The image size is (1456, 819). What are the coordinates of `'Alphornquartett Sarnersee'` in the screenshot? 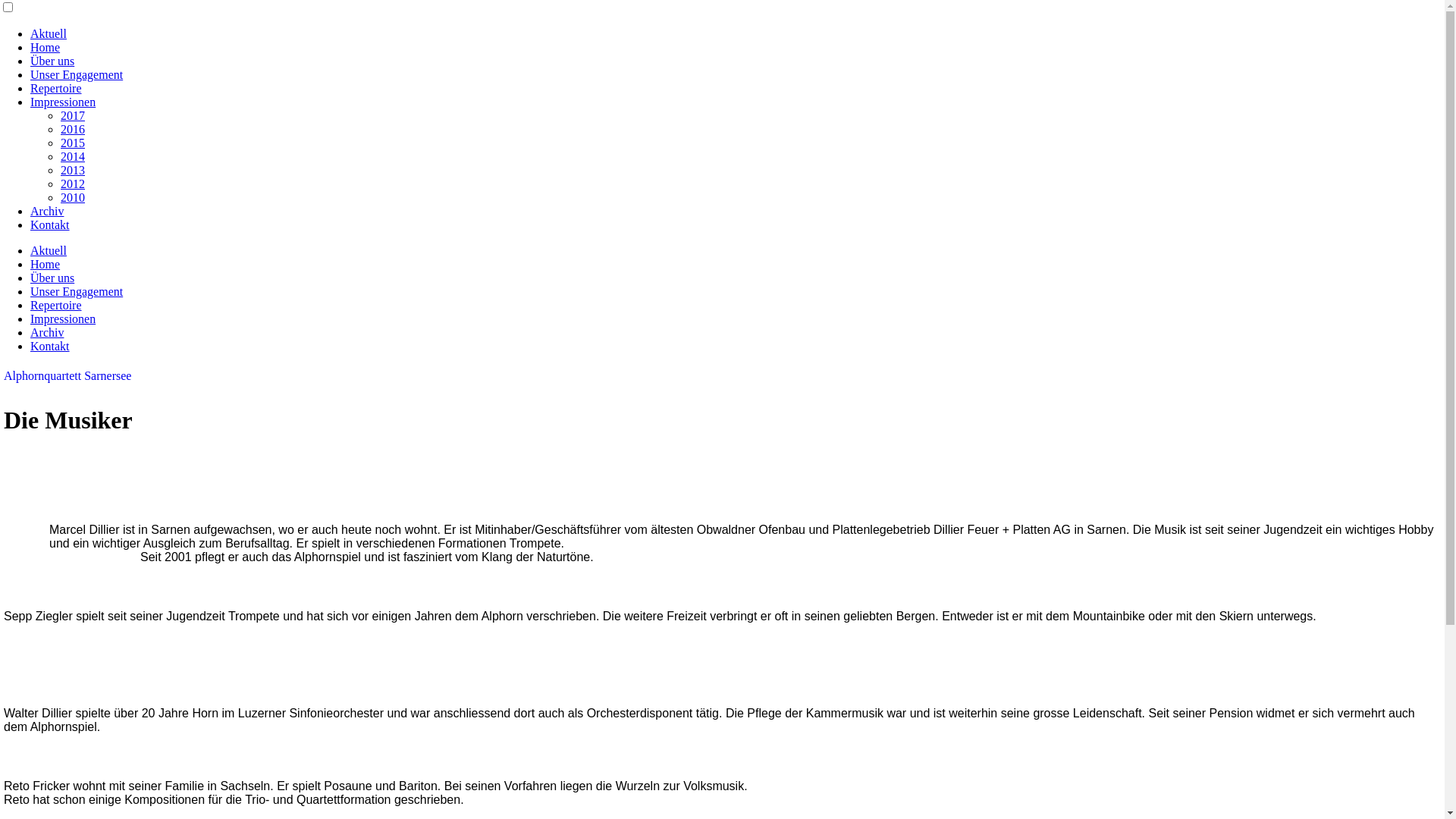 It's located at (3, 375).